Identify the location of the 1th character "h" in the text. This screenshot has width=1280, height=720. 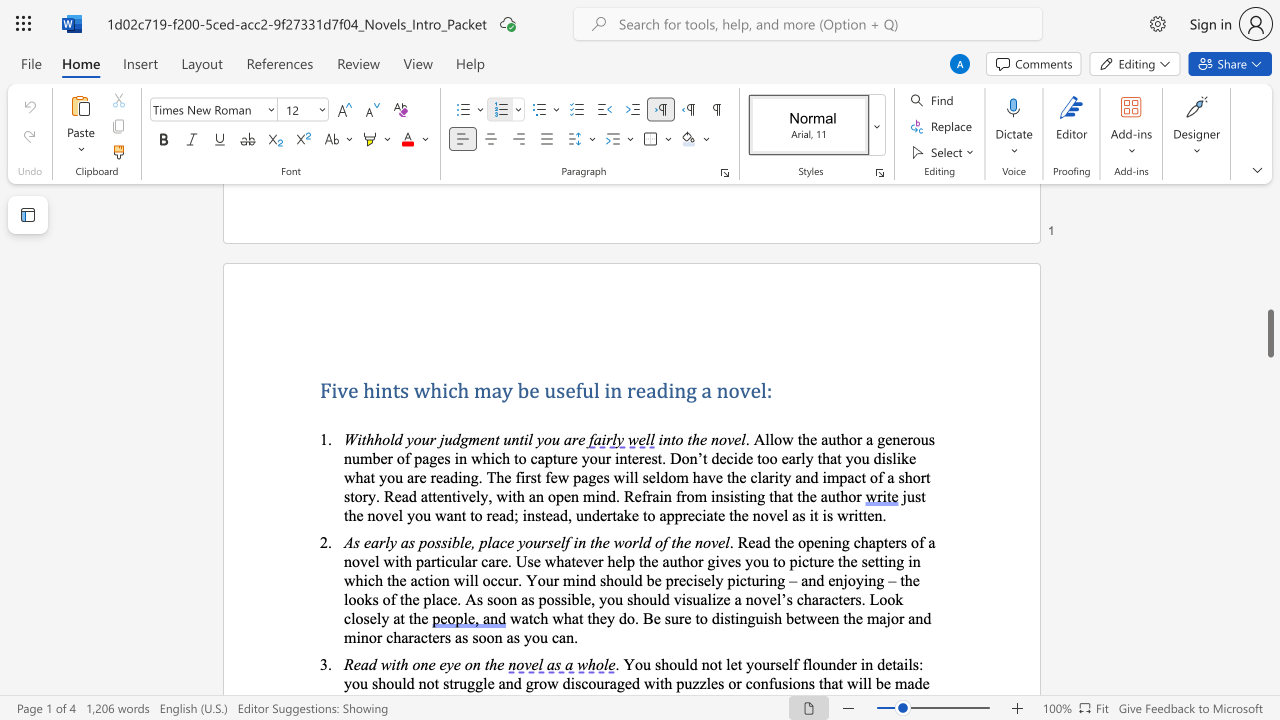
(597, 542).